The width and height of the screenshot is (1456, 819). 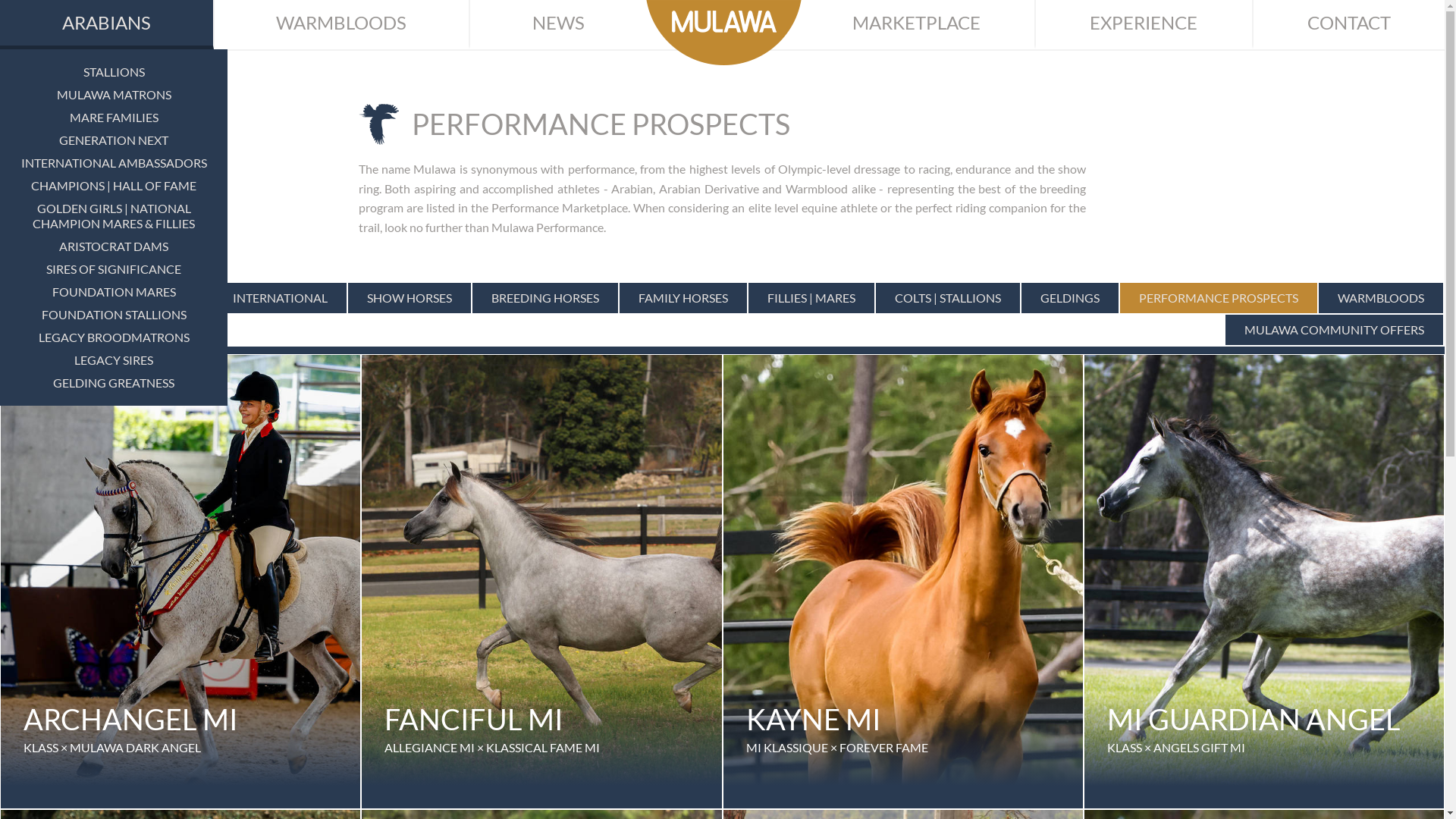 I want to click on 'LEGACY SIRES', so click(x=112, y=359).